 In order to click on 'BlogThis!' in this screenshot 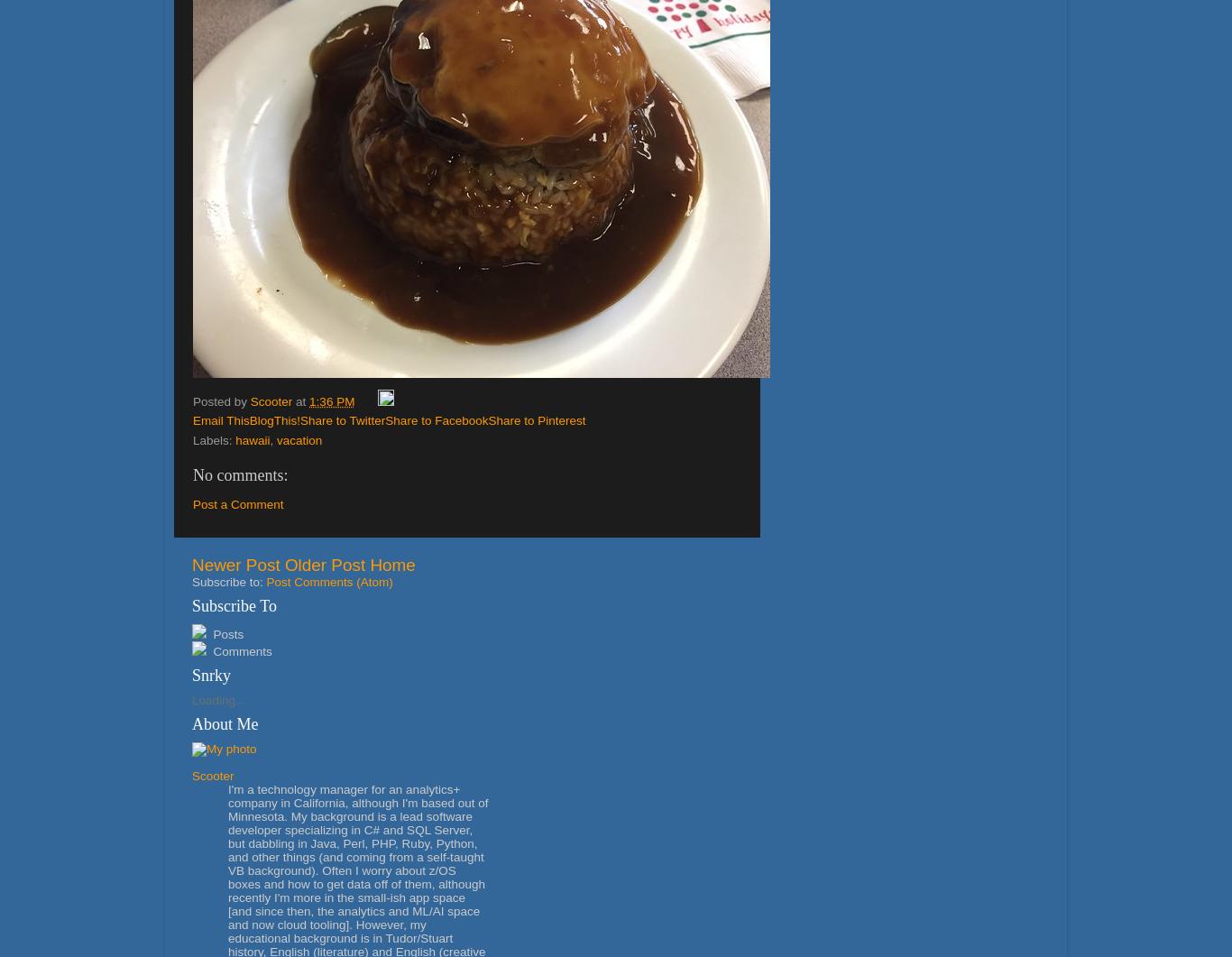, I will do `click(248, 420)`.